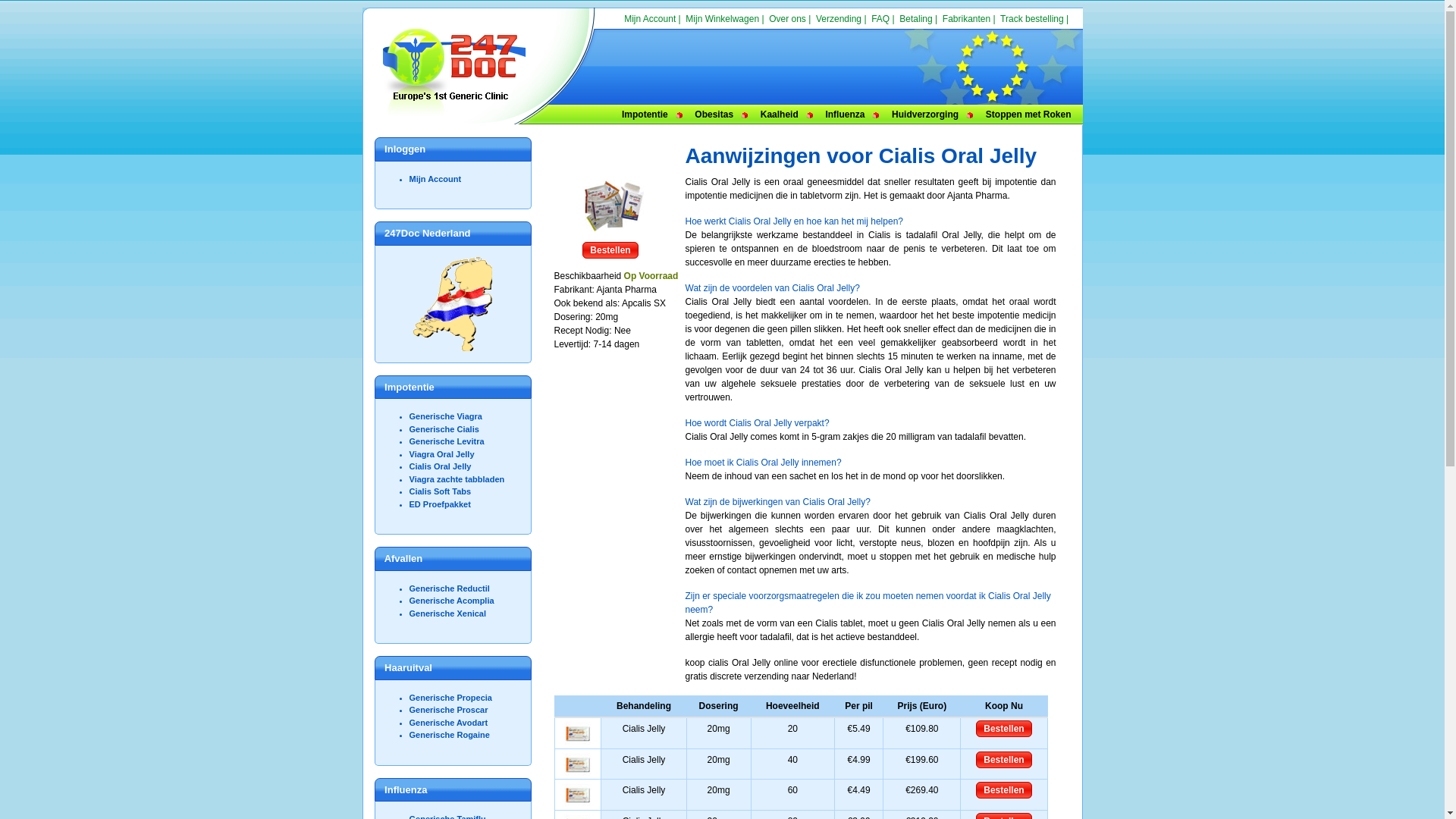 The width and height of the screenshot is (1456, 819). I want to click on 'Generische Rogaine', so click(449, 733).